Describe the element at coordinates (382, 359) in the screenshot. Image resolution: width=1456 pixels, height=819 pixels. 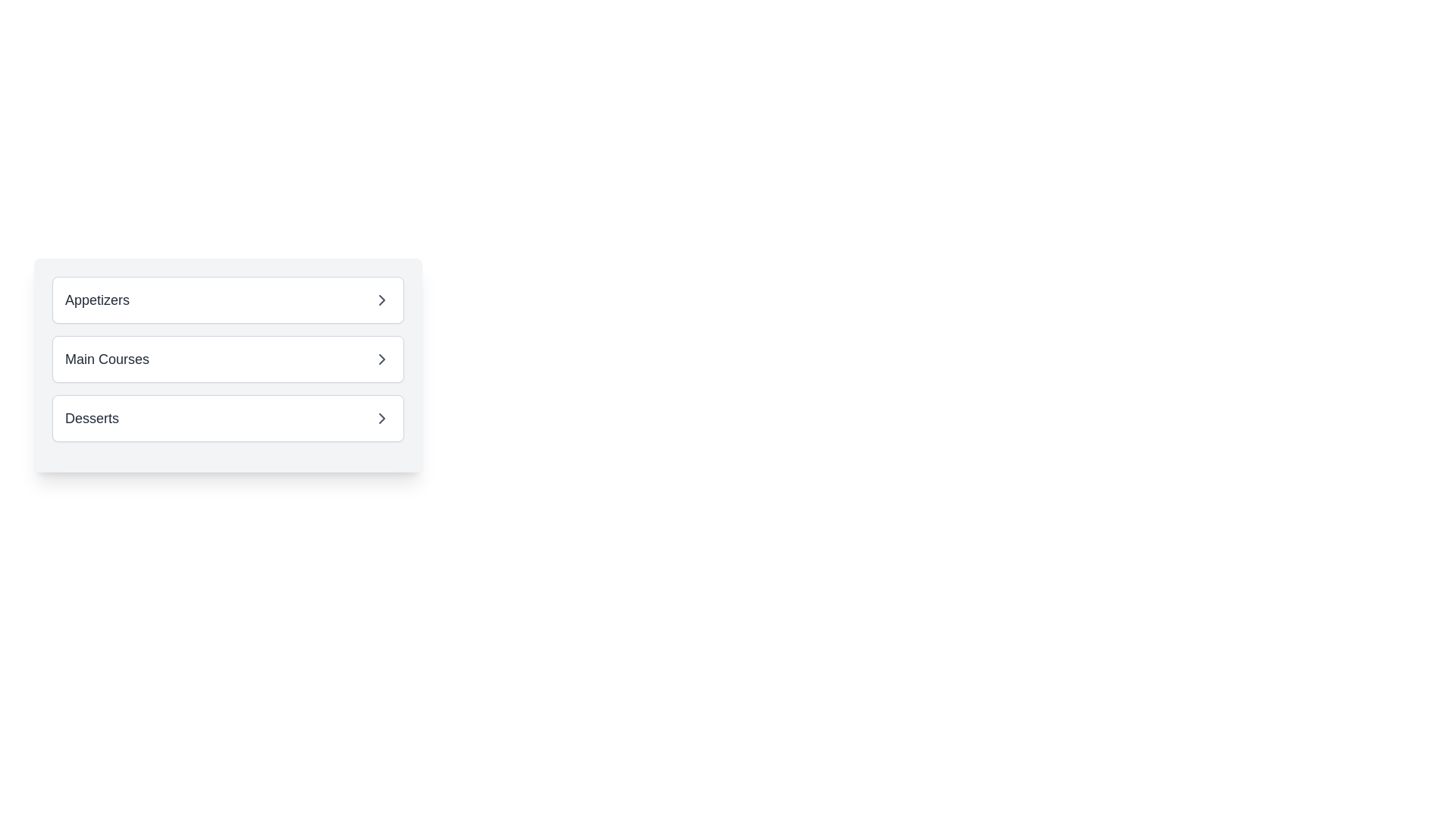
I see `the rightward-pointing chevron icon located to the right of the 'Main Courses' list item` at that location.